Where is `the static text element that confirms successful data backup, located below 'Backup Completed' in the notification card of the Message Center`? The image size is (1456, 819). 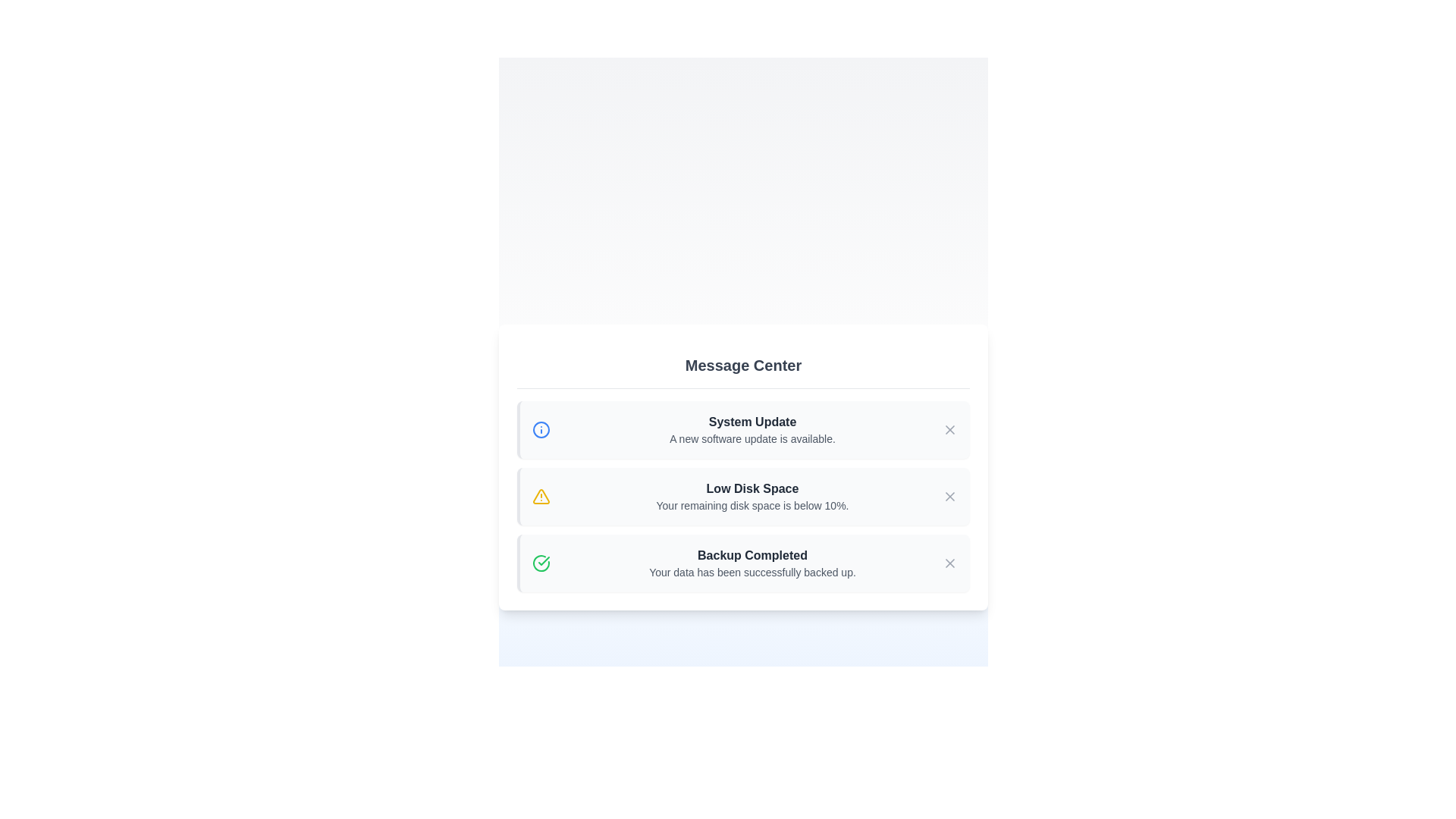 the static text element that confirms successful data backup, located below 'Backup Completed' in the notification card of the Message Center is located at coordinates (752, 572).